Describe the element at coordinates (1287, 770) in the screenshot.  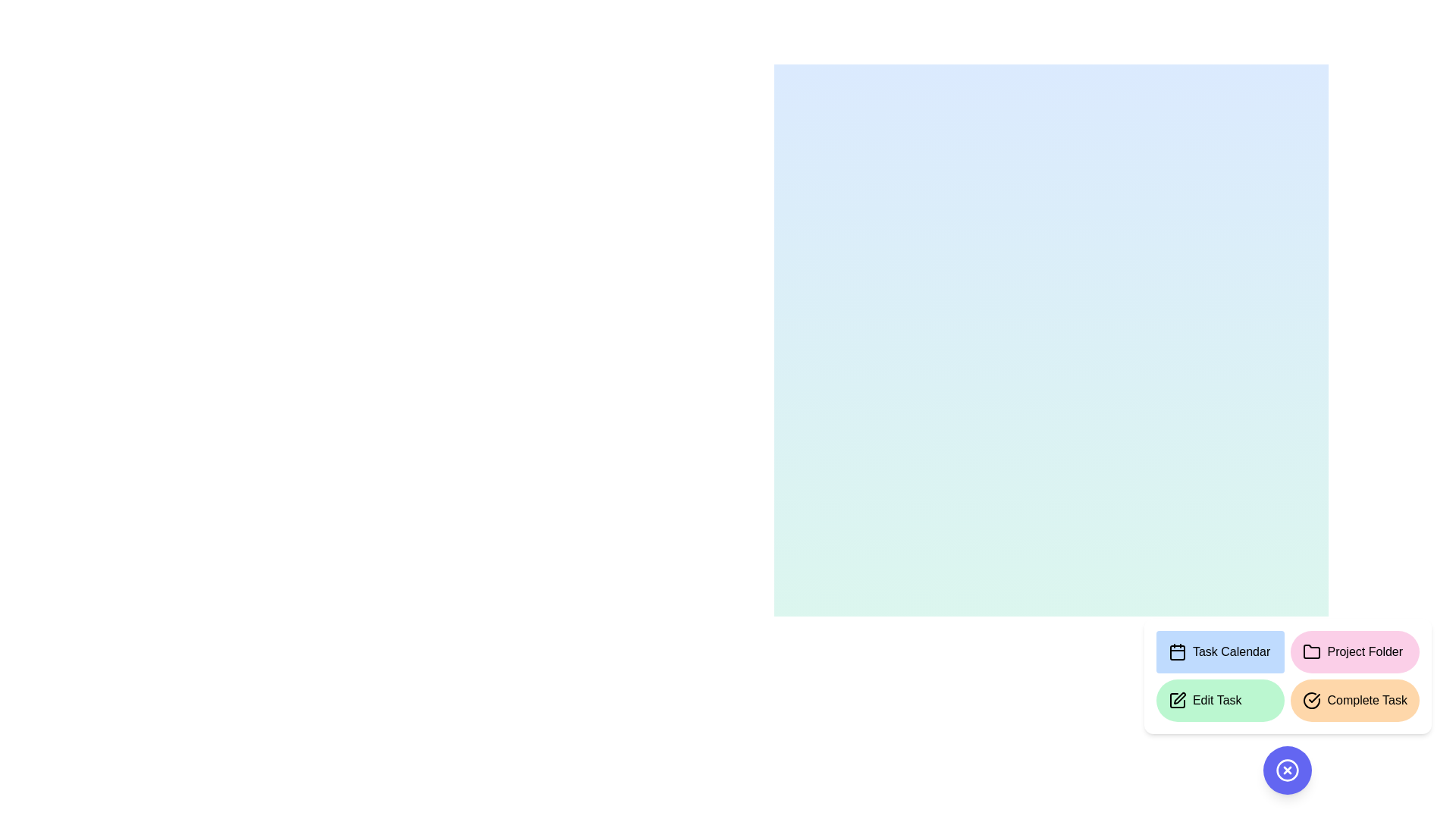
I see `the round blue button with a white 'X' symbol in the center` at that location.